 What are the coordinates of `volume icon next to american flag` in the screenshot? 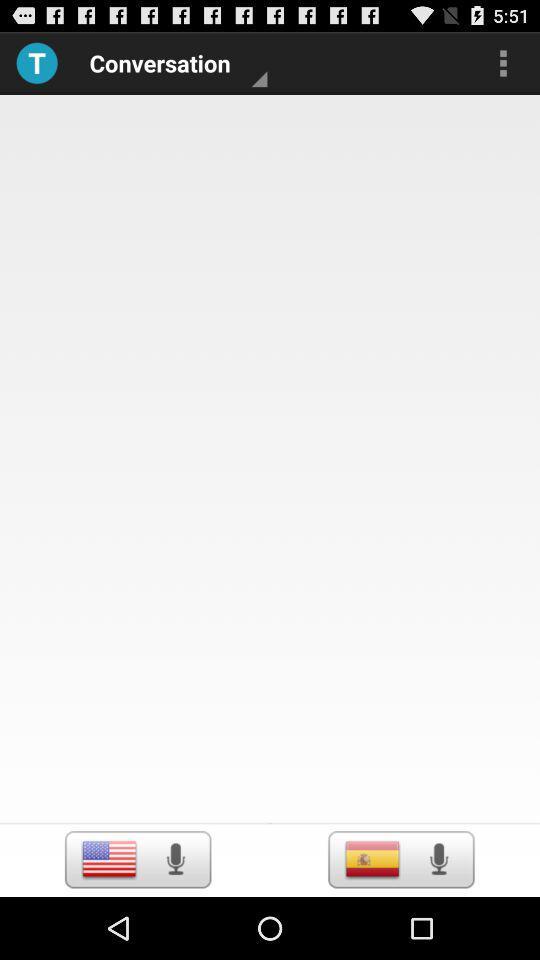 It's located at (175, 858).